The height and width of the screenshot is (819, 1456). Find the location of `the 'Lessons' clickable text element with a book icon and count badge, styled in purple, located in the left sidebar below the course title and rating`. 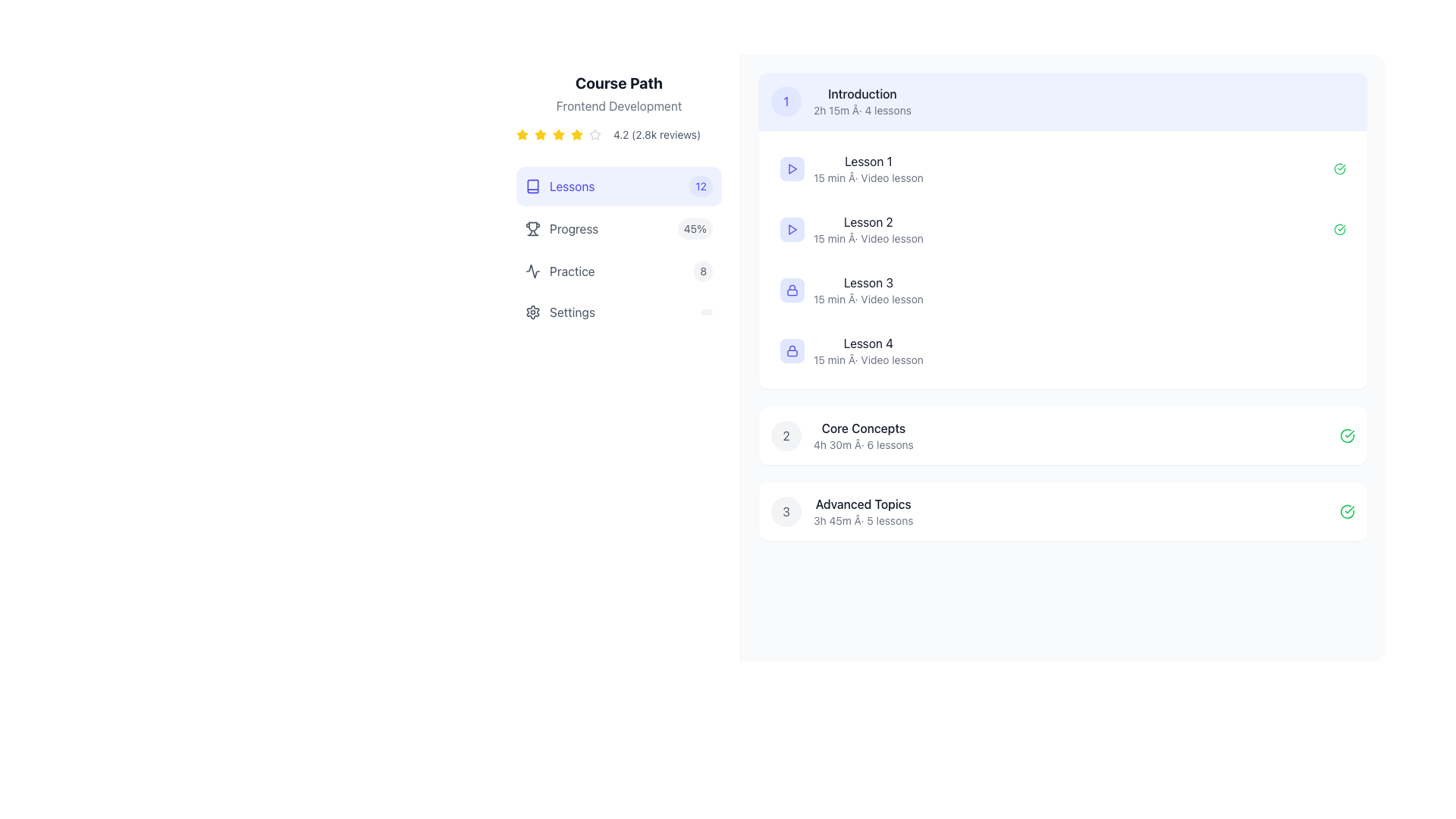

the 'Lessons' clickable text element with a book icon and count badge, styled in purple, located in the left sidebar below the course title and rating is located at coordinates (559, 186).